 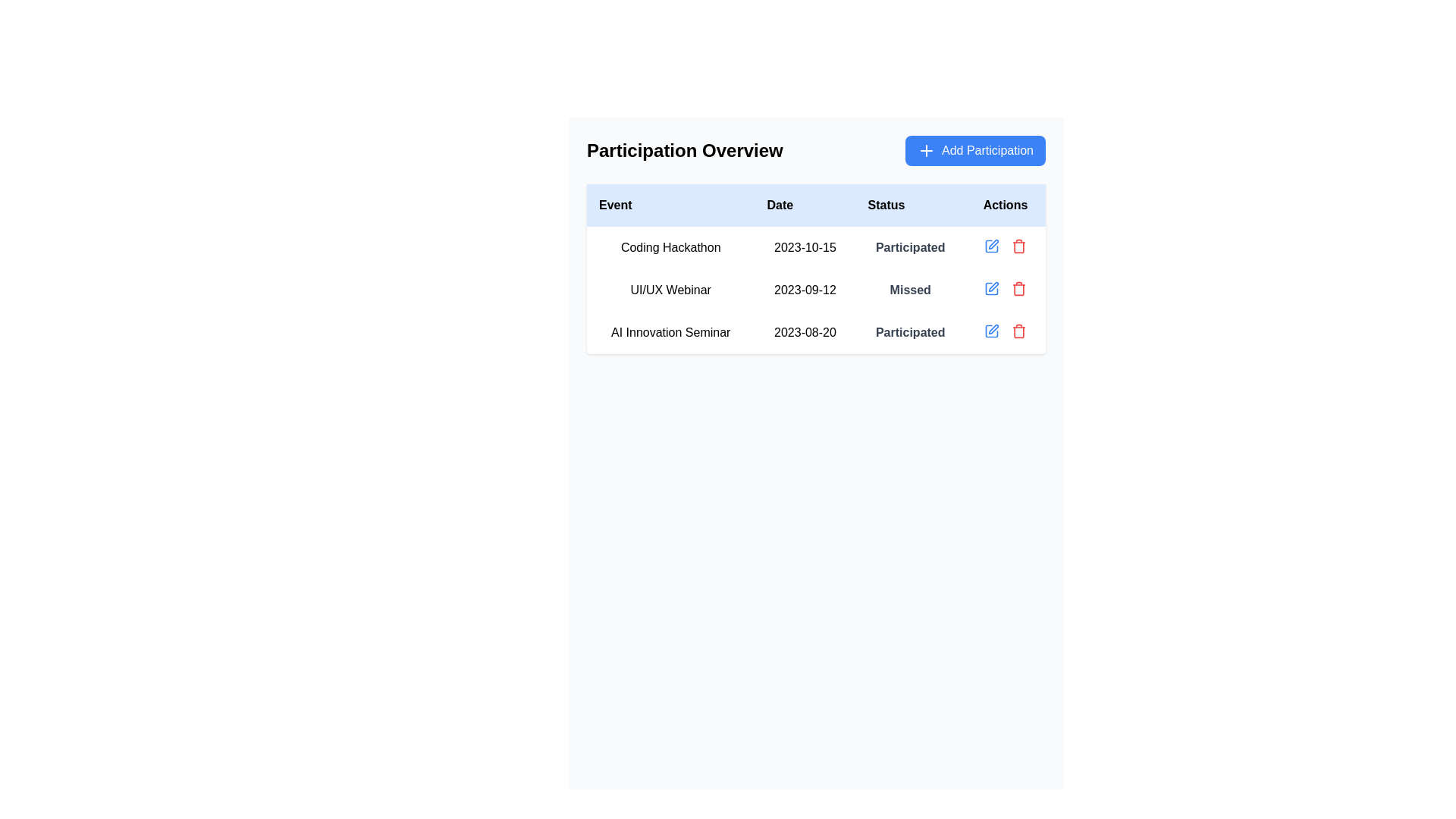 What do you see at coordinates (910, 247) in the screenshot?
I see `the label displaying 'Participated' in the 'Status' column of the 'Participation Overview' table for the event 'Coding Hackathon' dated '2023-10-15'` at bounding box center [910, 247].